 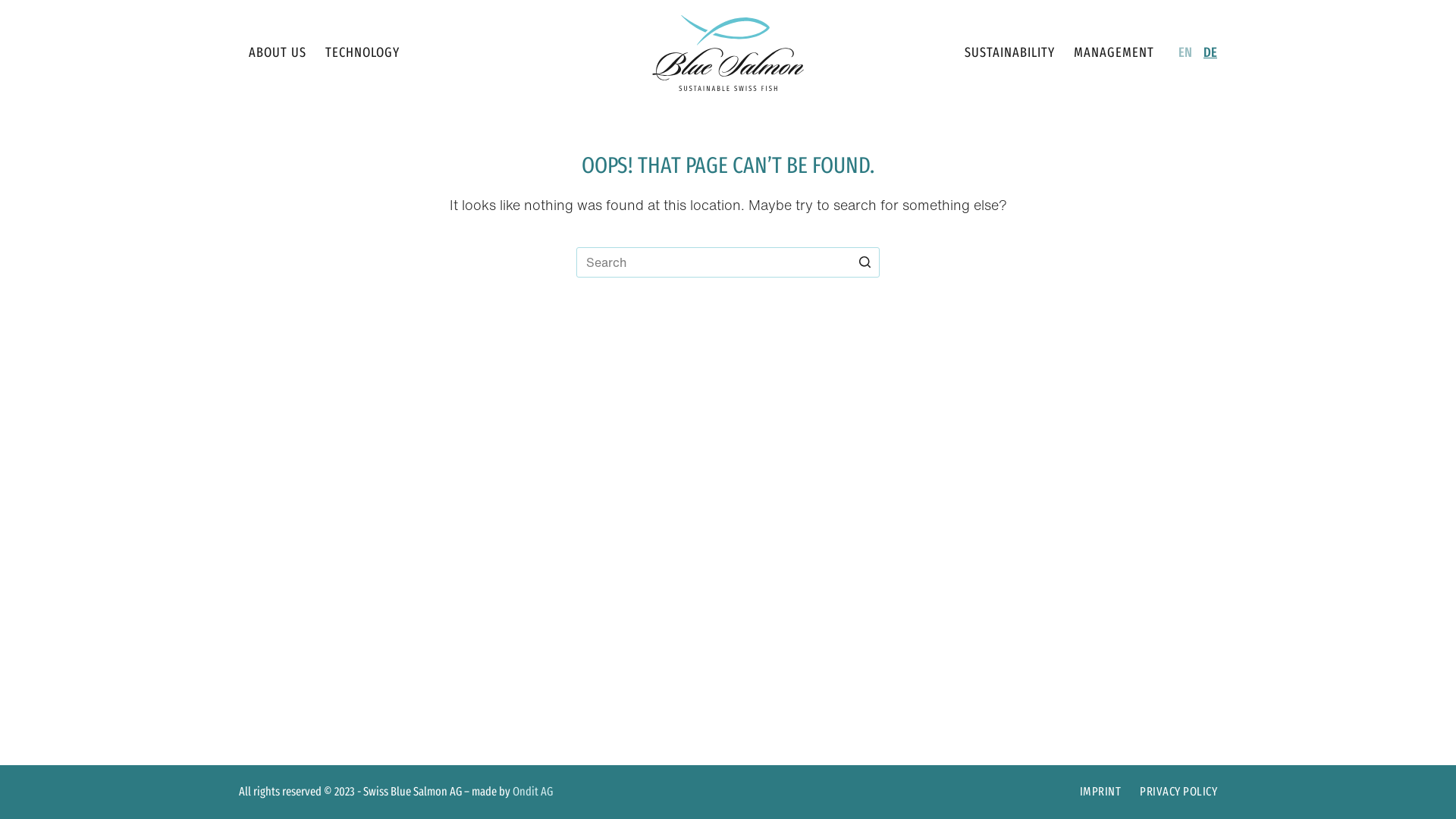 What do you see at coordinates (361, 52) in the screenshot?
I see `'TECHNOLOGY'` at bounding box center [361, 52].